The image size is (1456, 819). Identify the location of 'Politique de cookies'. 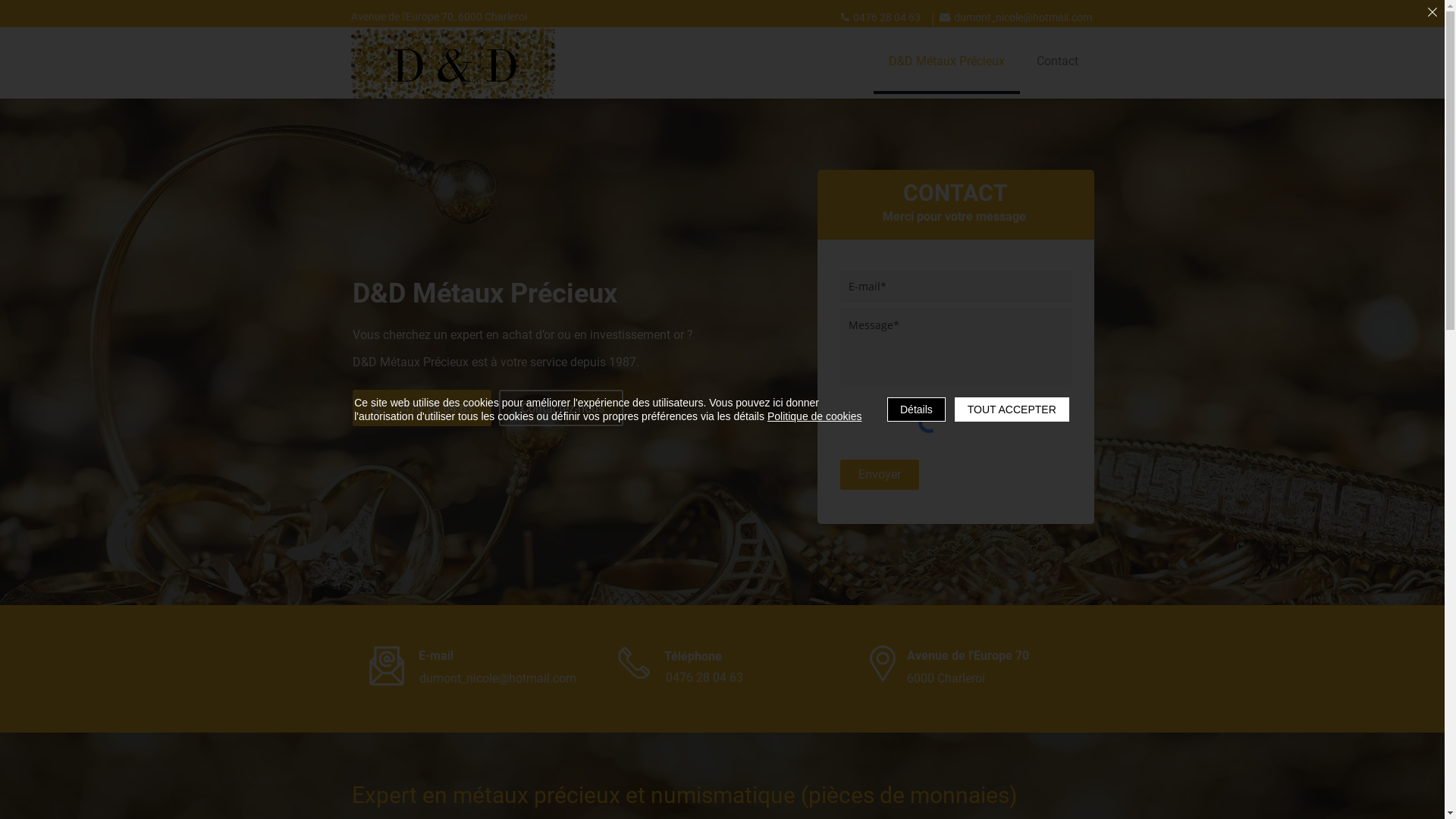
(814, 416).